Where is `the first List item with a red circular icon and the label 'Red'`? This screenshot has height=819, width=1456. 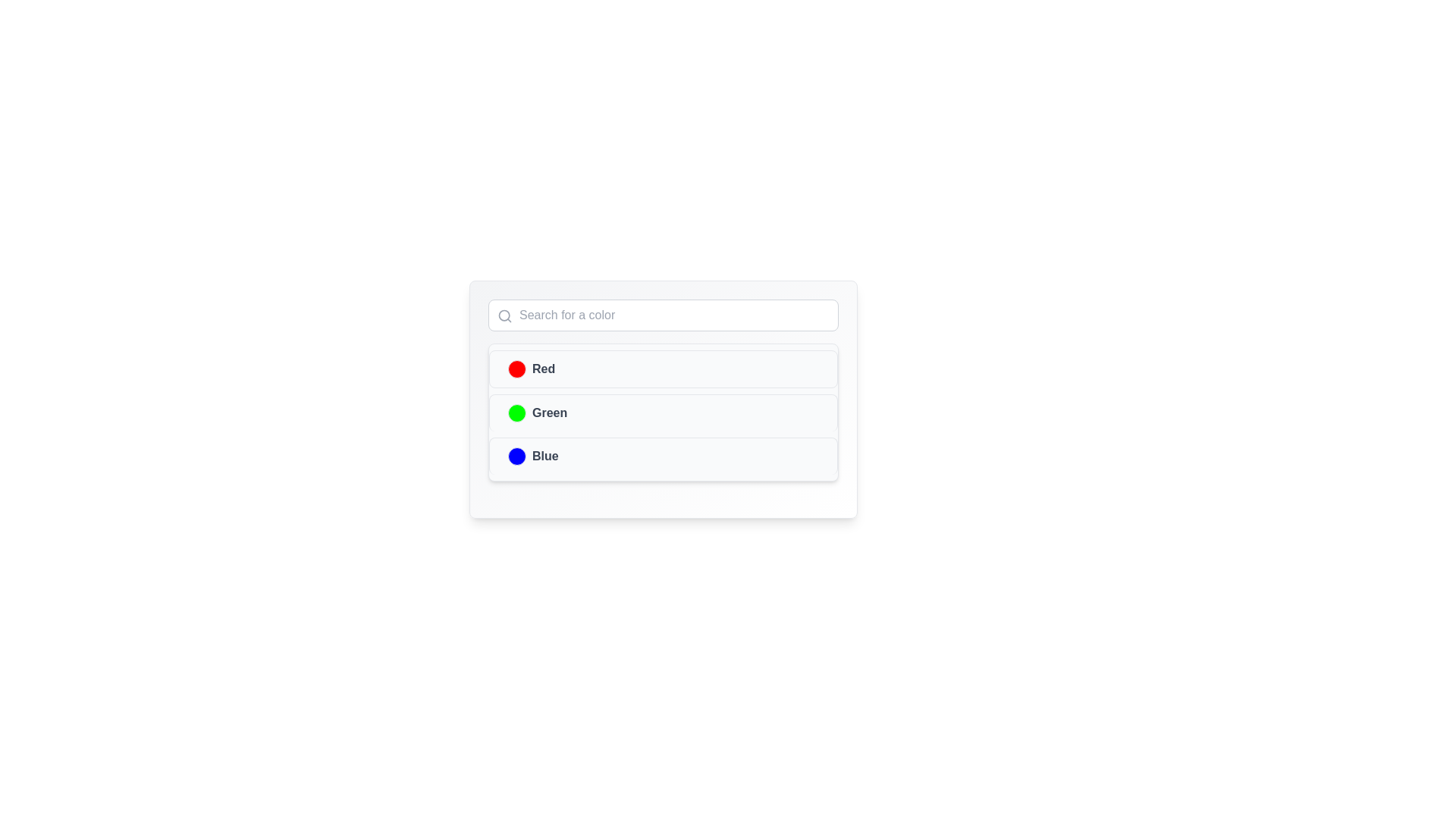 the first List item with a red circular icon and the label 'Red' is located at coordinates (532, 369).